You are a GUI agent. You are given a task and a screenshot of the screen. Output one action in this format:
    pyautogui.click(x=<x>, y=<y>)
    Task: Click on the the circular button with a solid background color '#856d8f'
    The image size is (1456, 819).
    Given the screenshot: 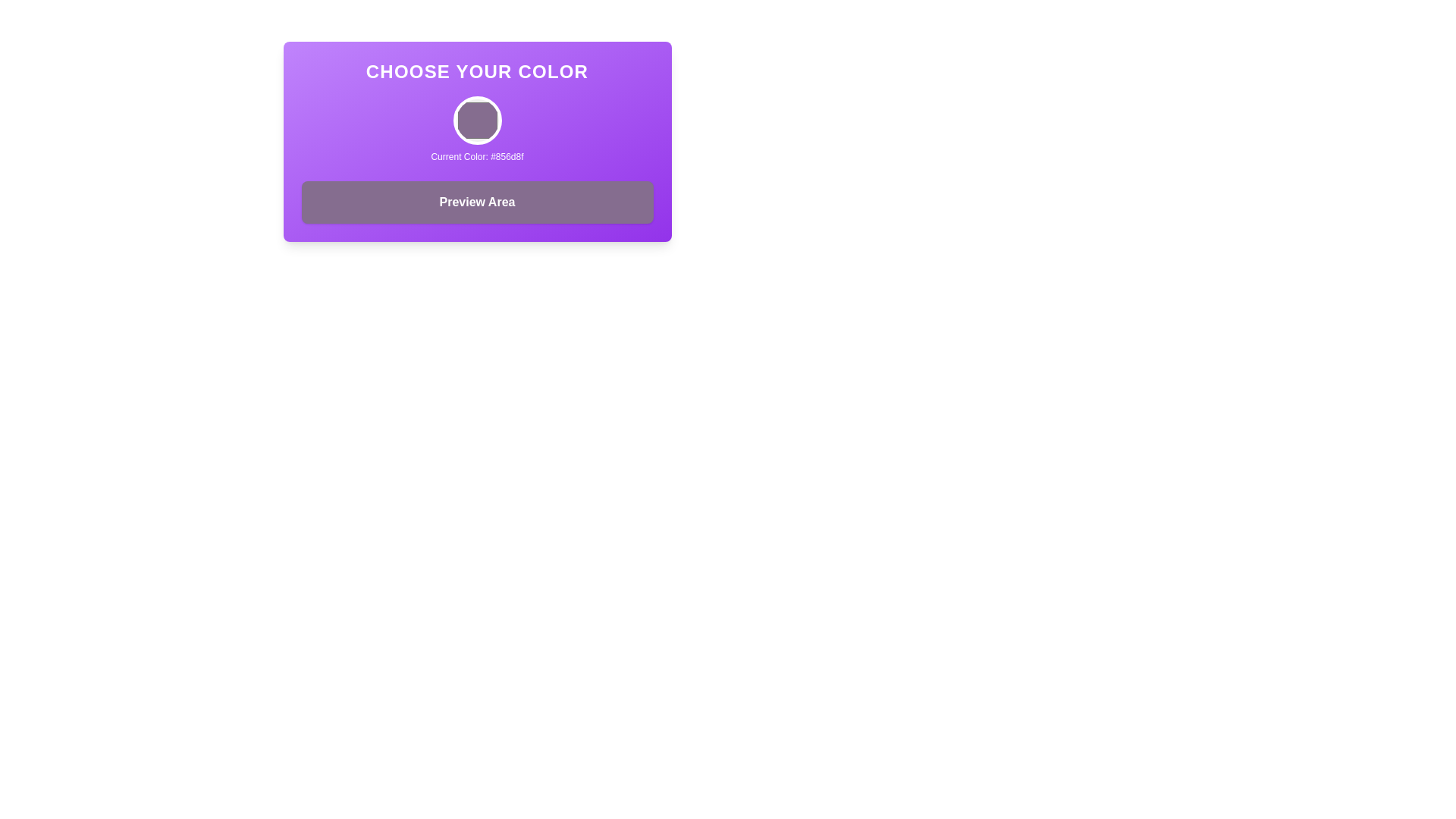 What is the action you would take?
    pyautogui.click(x=476, y=119)
    